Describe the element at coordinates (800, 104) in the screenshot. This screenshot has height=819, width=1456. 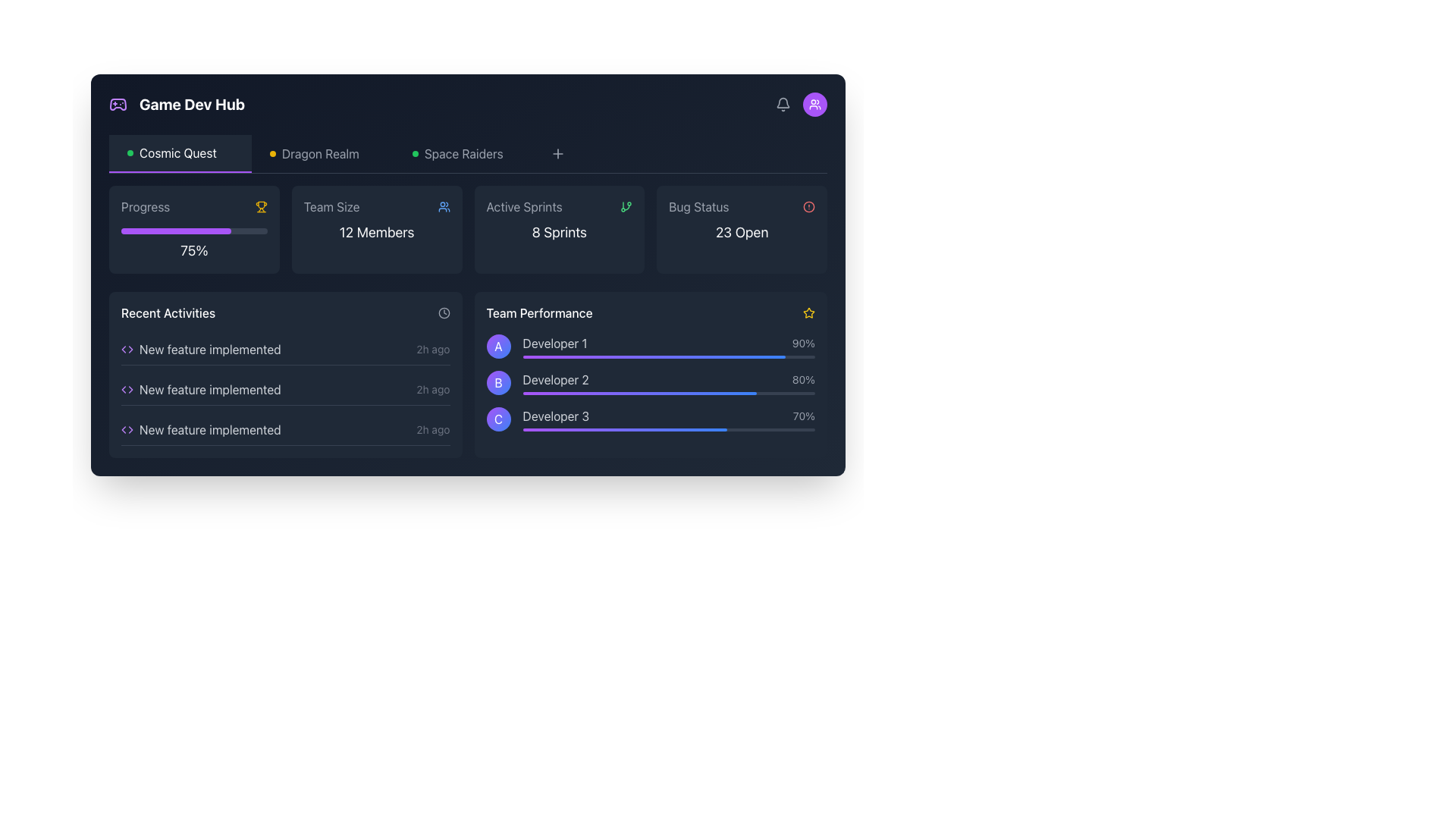
I see `the circular button with a purple background and a white icon of two stylized individuals, which is the second item from the right` at that location.